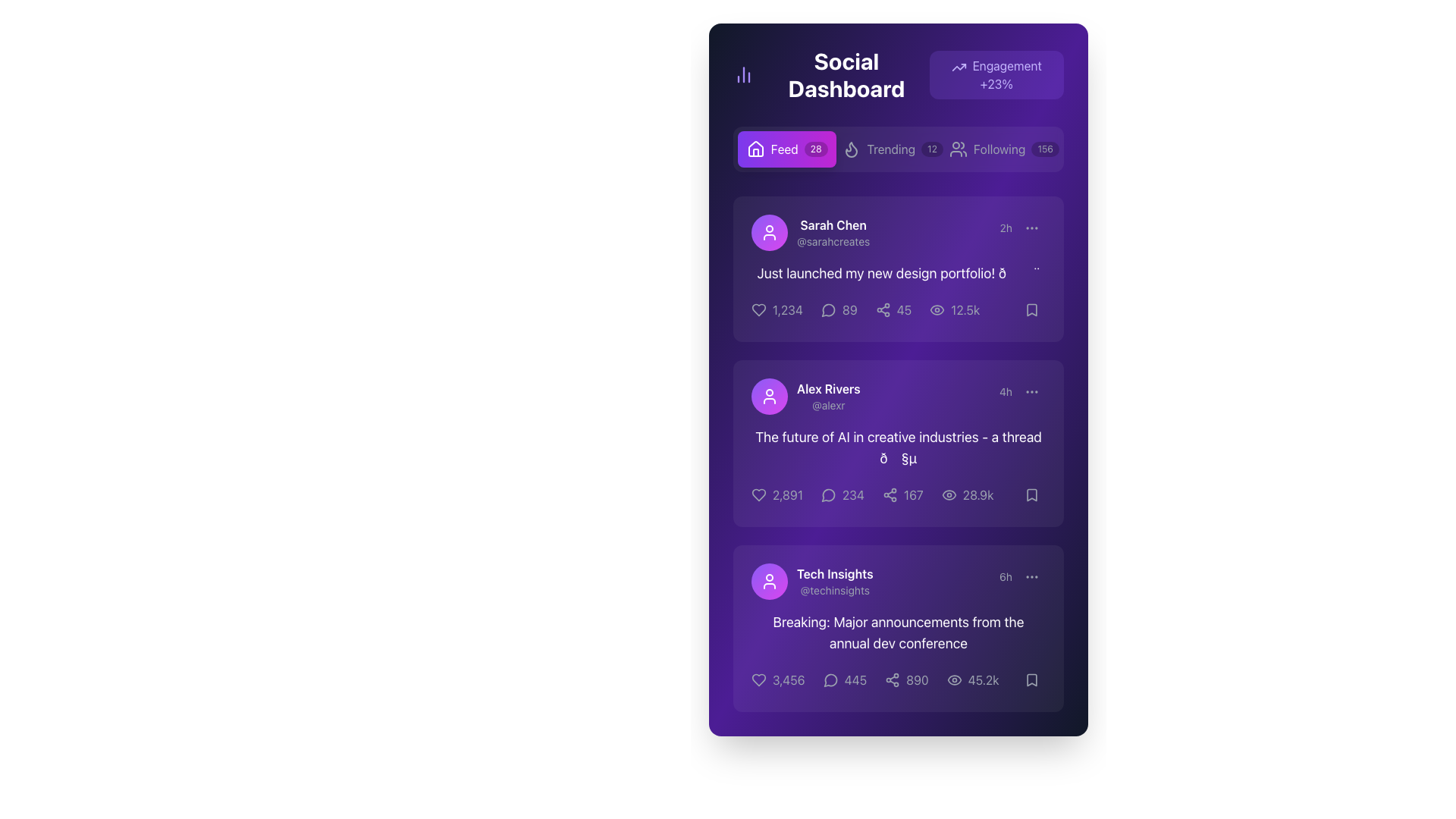 The height and width of the screenshot is (819, 1456). I want to click on the text label that conveys the user's message in Sarah Chen's post, which is centered within the post card, so click(899, 274).